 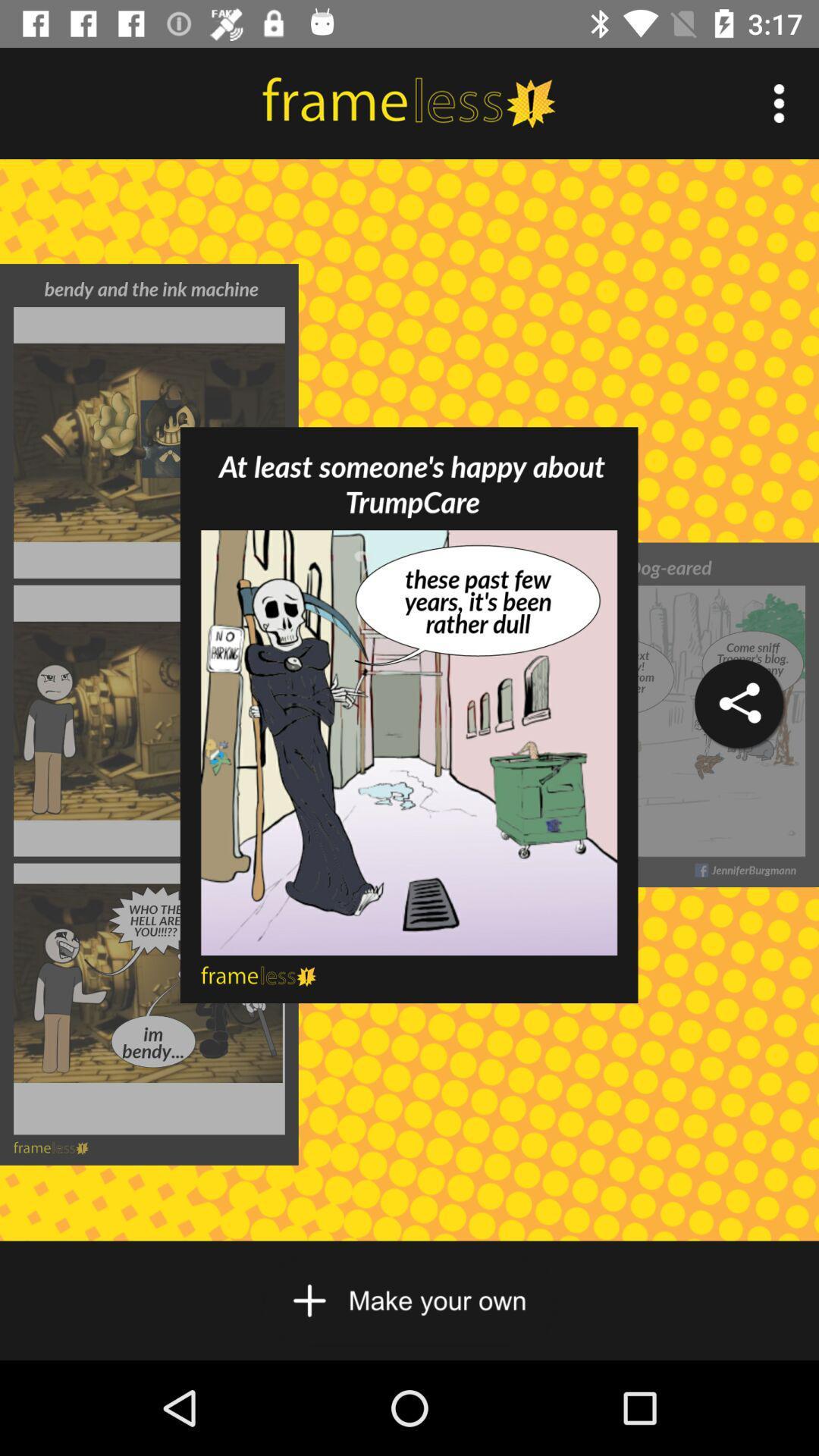 What do you see at coordinates (738, 703) in the screenshot?
I see `share` at bounding box center [738, 703].